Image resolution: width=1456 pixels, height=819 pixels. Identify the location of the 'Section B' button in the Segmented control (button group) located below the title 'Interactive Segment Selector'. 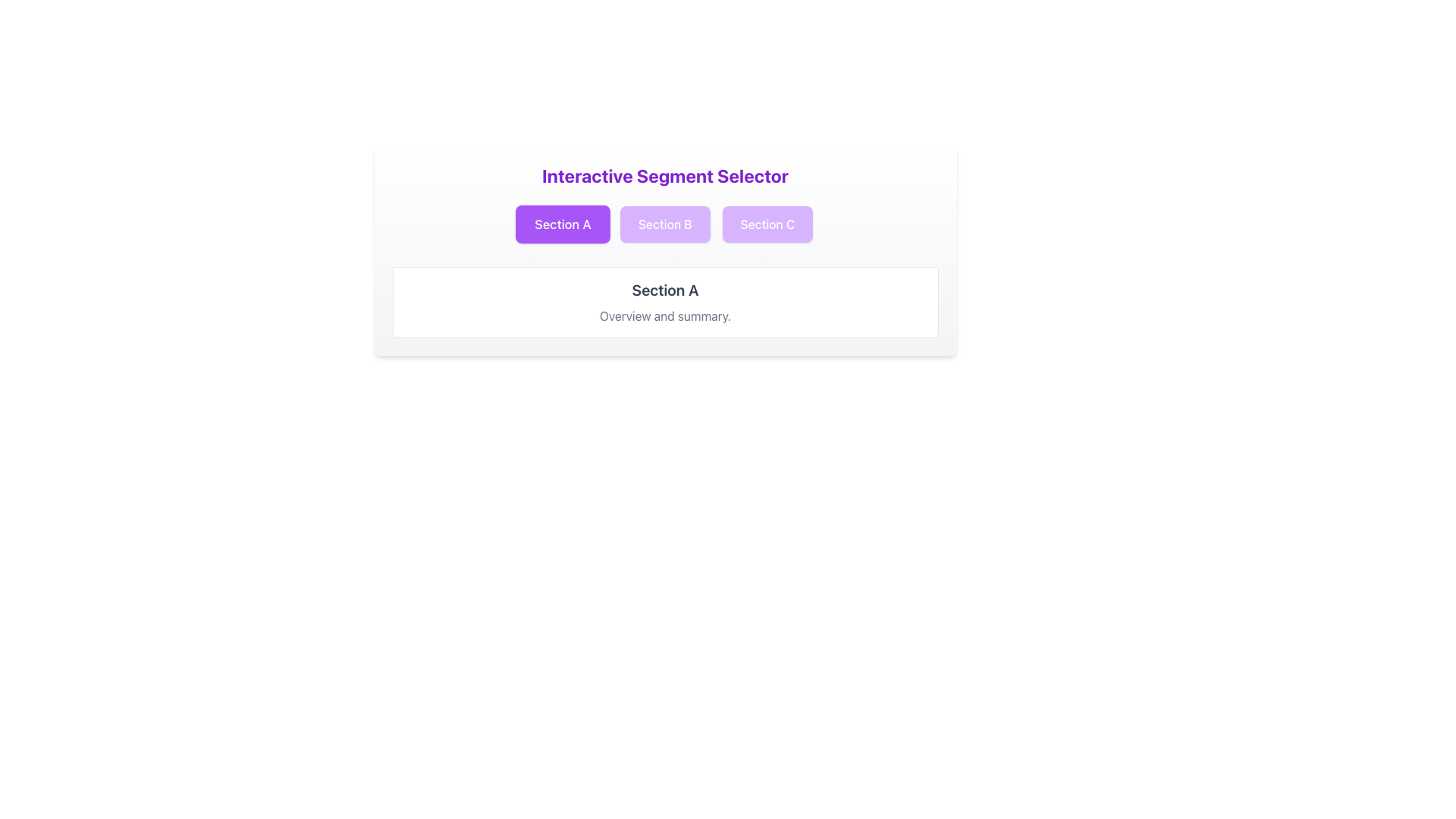
(665, 224).